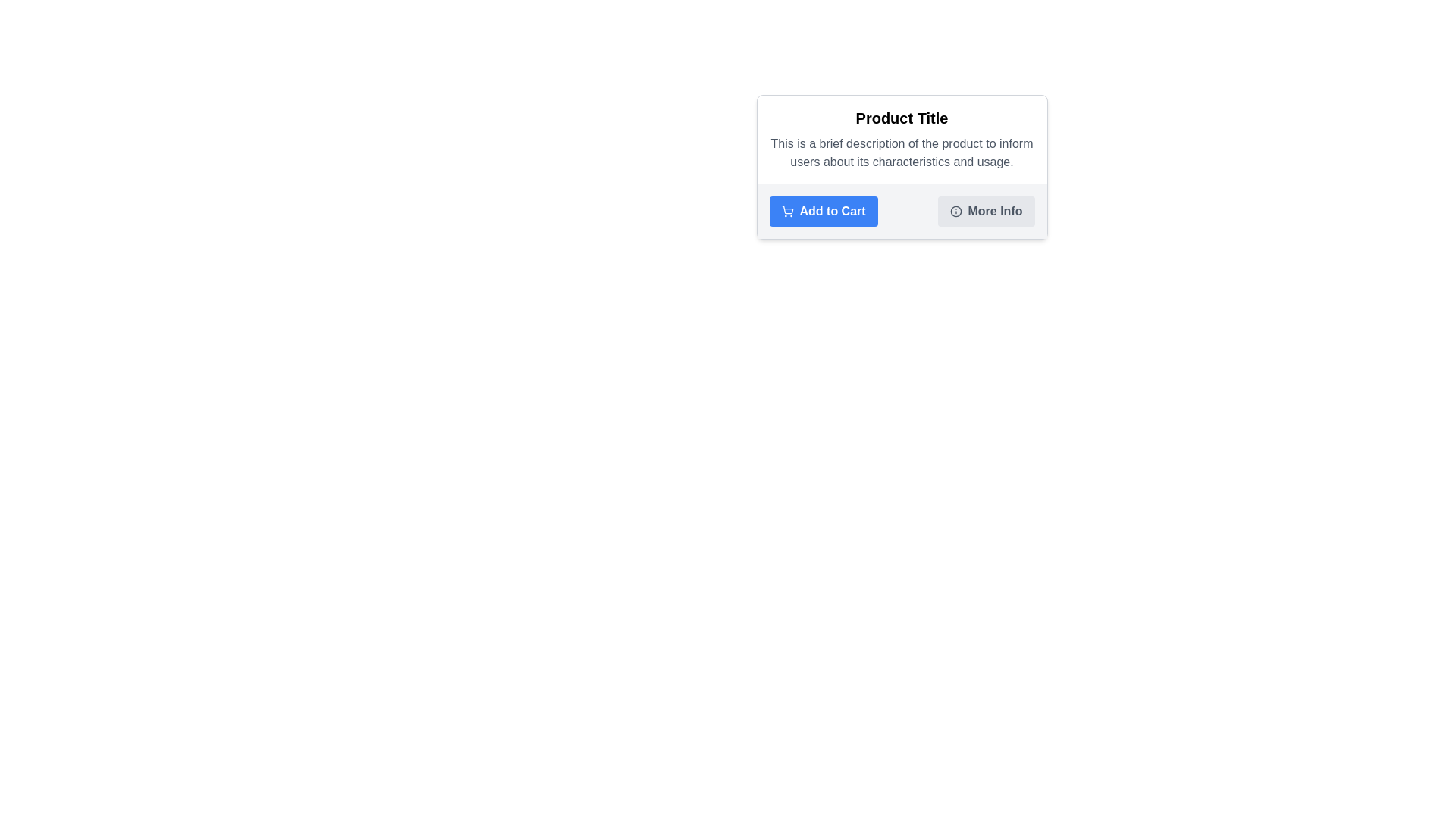 The image size is (1456, 819). I want to click on the button providing additional details about the product located to the right of the 'Add to Cart' button in the 'Product Title' section, so click(986, 211).